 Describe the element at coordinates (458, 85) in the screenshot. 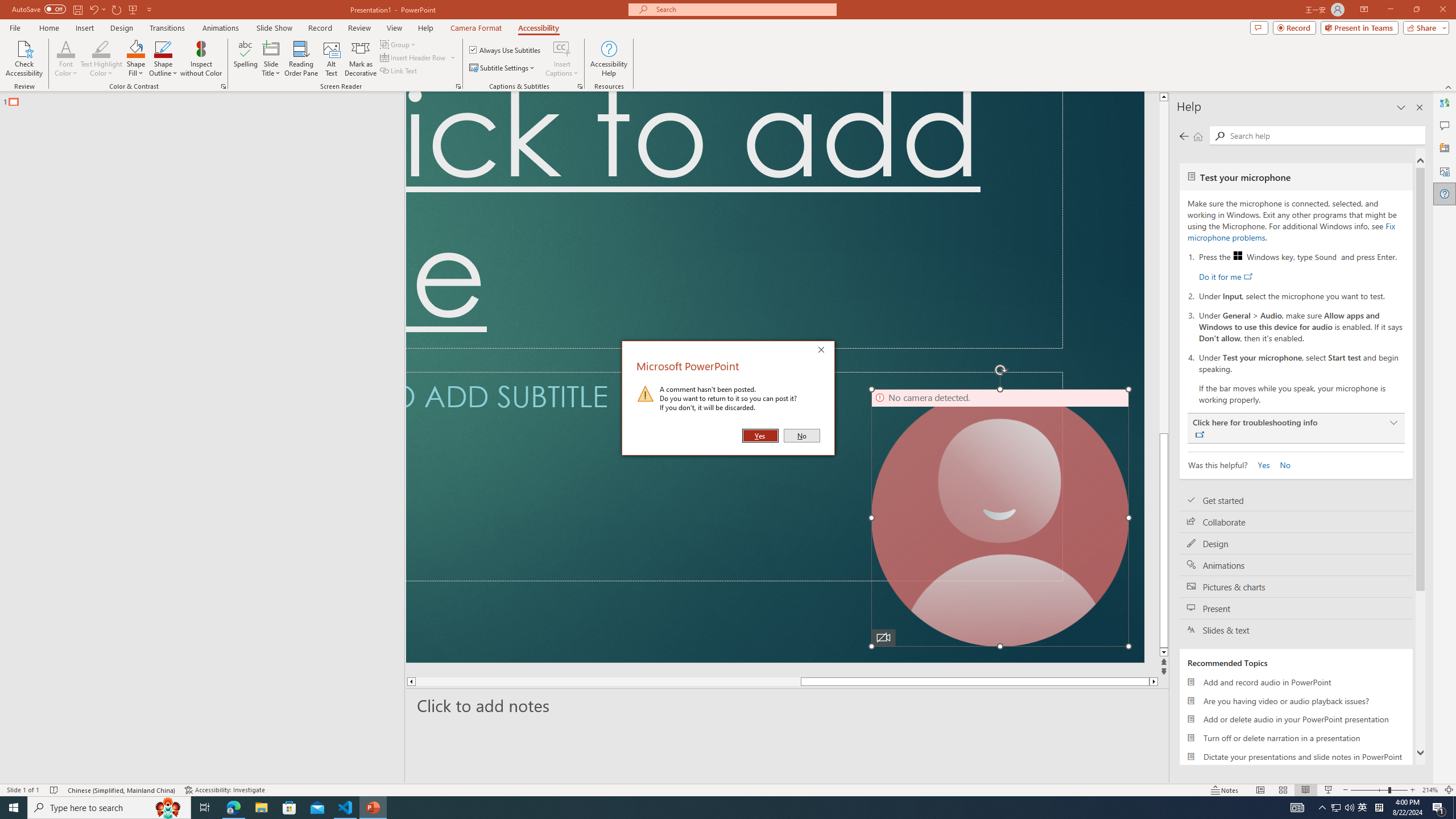

I see `'Screen Reader'` at that location.